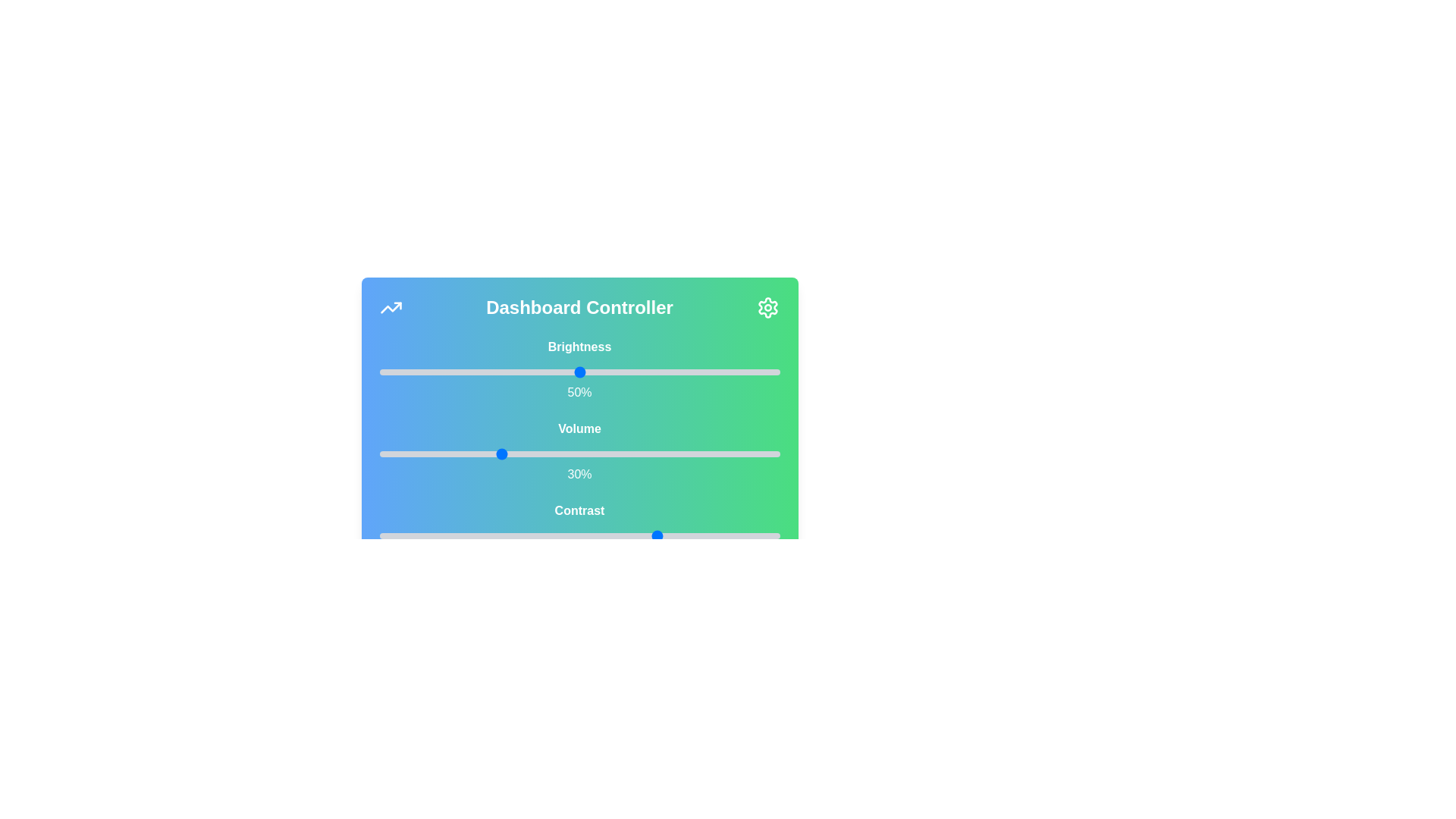 This screenshot has height=819, width=1456. Describe the element at coordinates (760, 372) in the screenshot. I see `the brightness slider to 95%` at that location.